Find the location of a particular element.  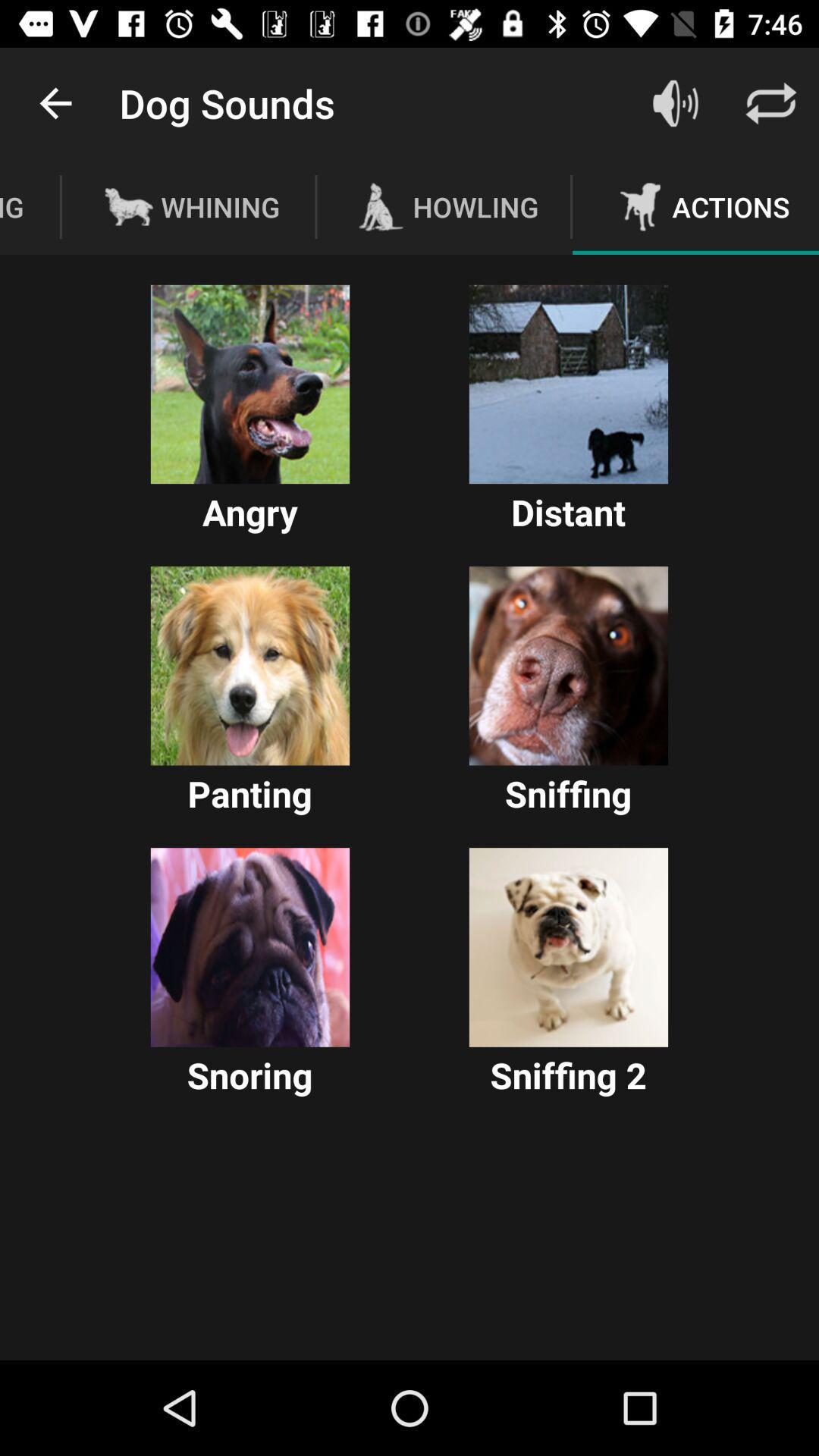

distant dog sound is located at coordinates (568, 384).